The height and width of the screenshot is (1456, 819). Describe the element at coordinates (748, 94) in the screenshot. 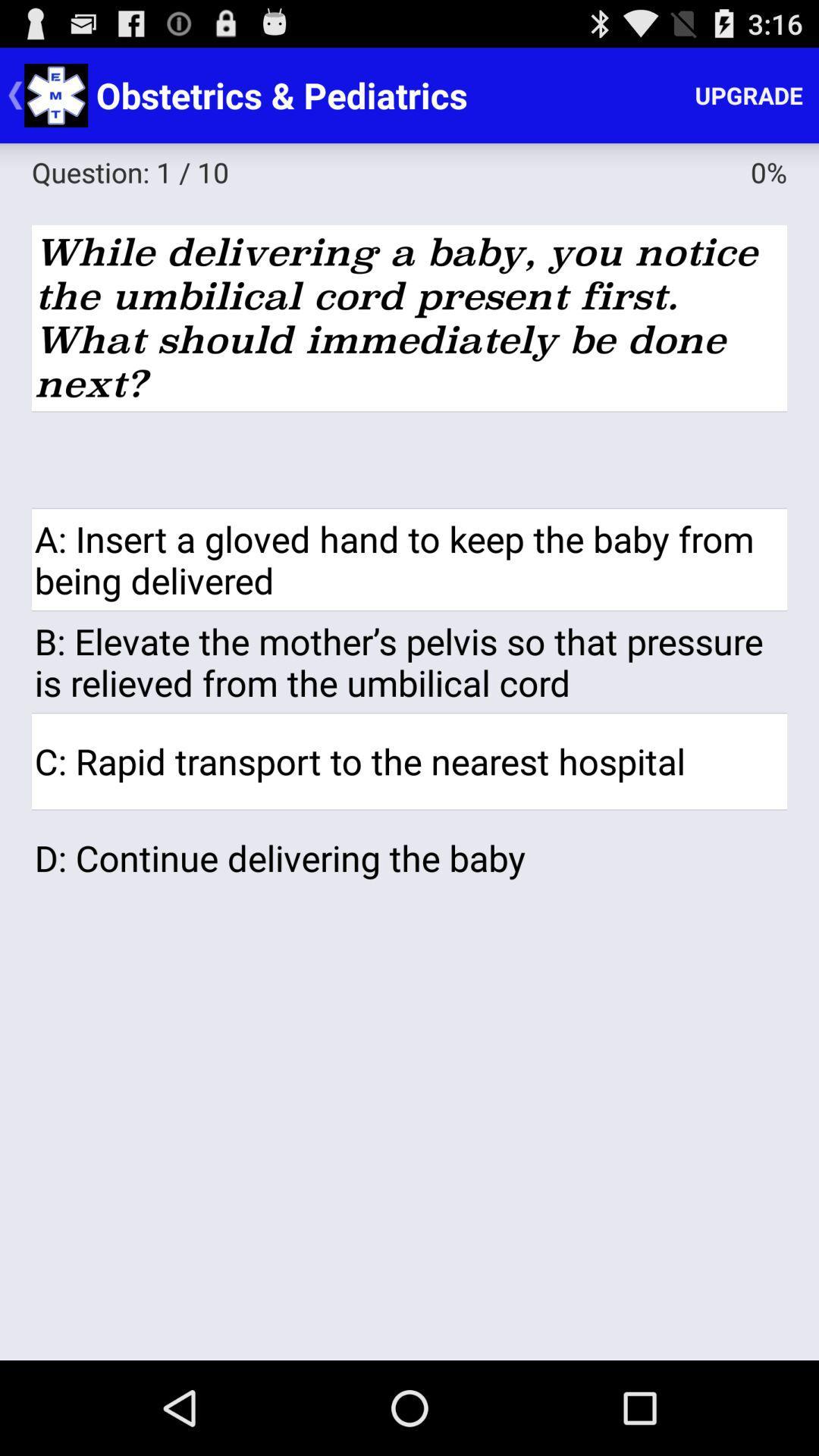

I see `upgrade` at that location.